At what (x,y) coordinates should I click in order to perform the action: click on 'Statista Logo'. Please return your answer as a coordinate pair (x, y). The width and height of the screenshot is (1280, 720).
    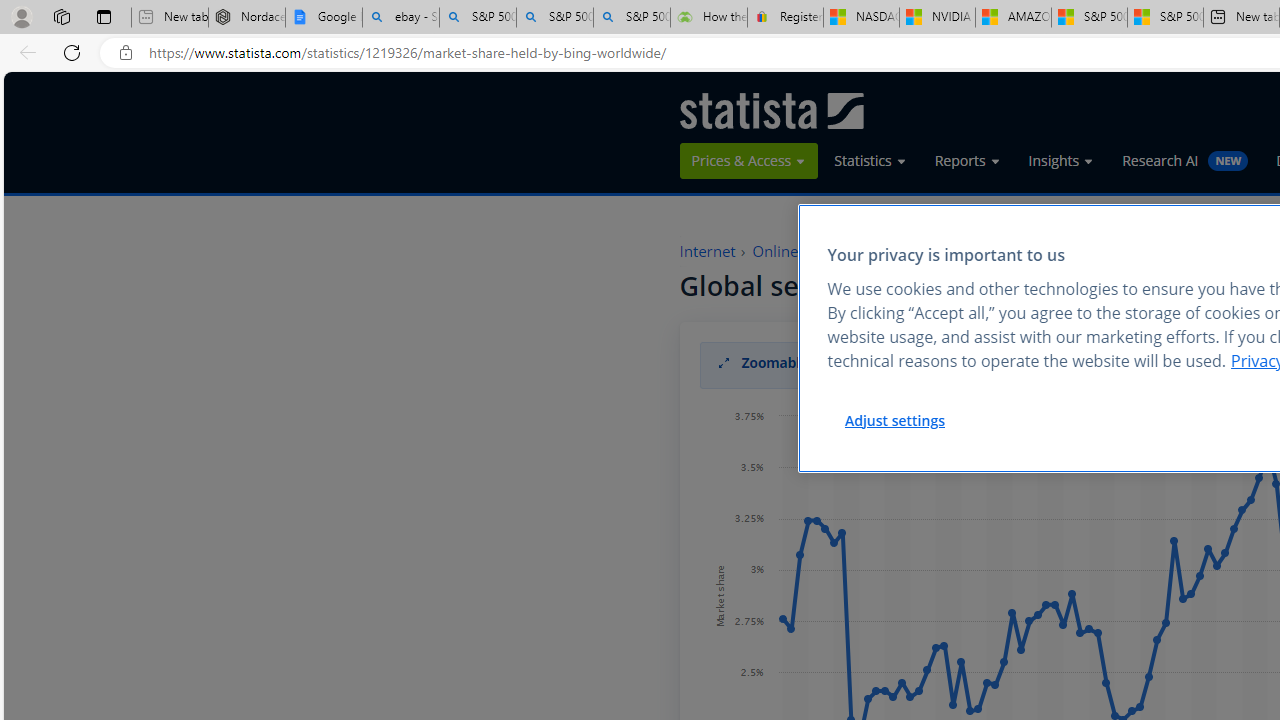
    Looking at the image, I should click on (770, 110).